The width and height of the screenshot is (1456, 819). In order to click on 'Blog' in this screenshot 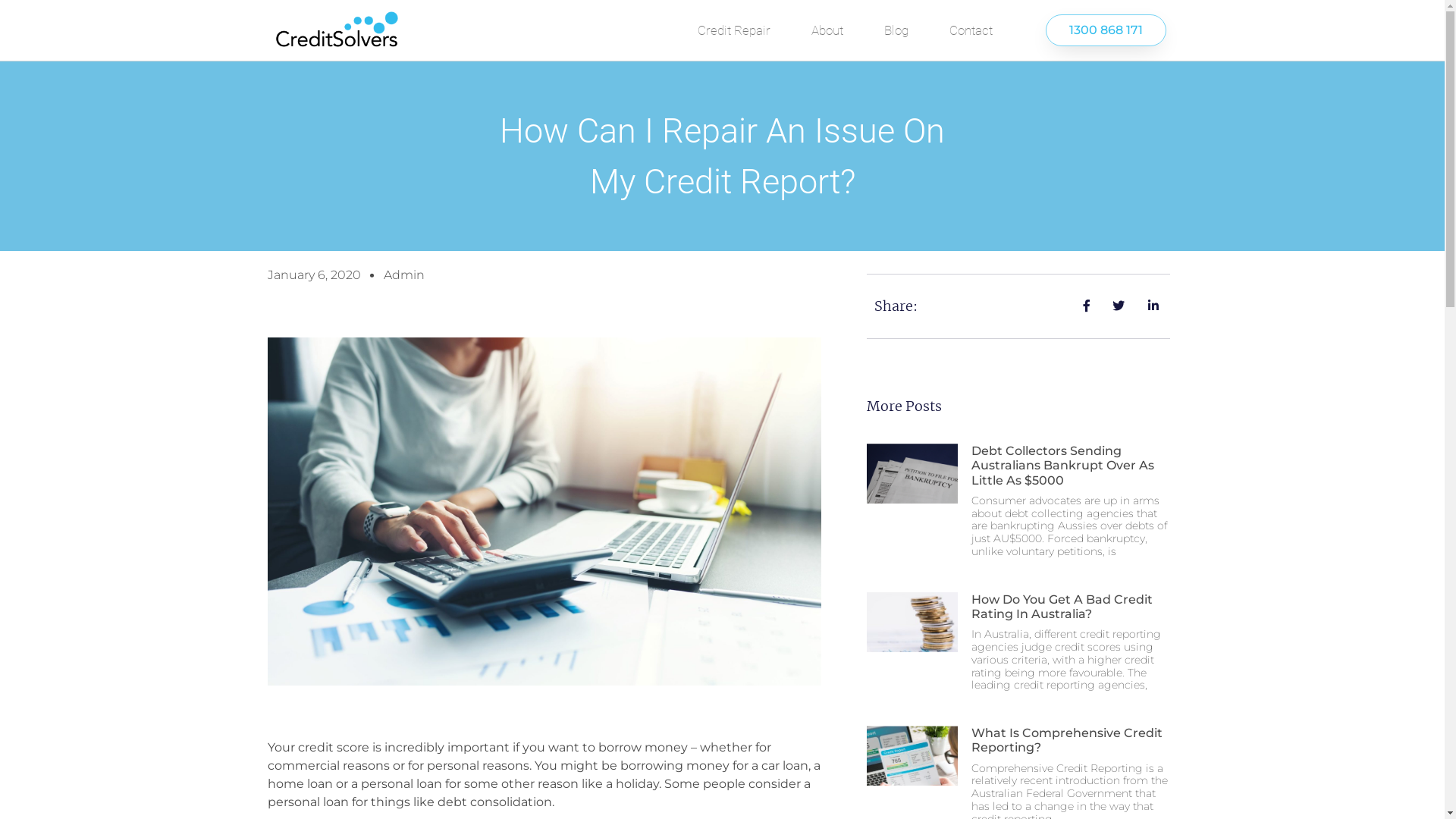, I will do `click(863, 30)`.